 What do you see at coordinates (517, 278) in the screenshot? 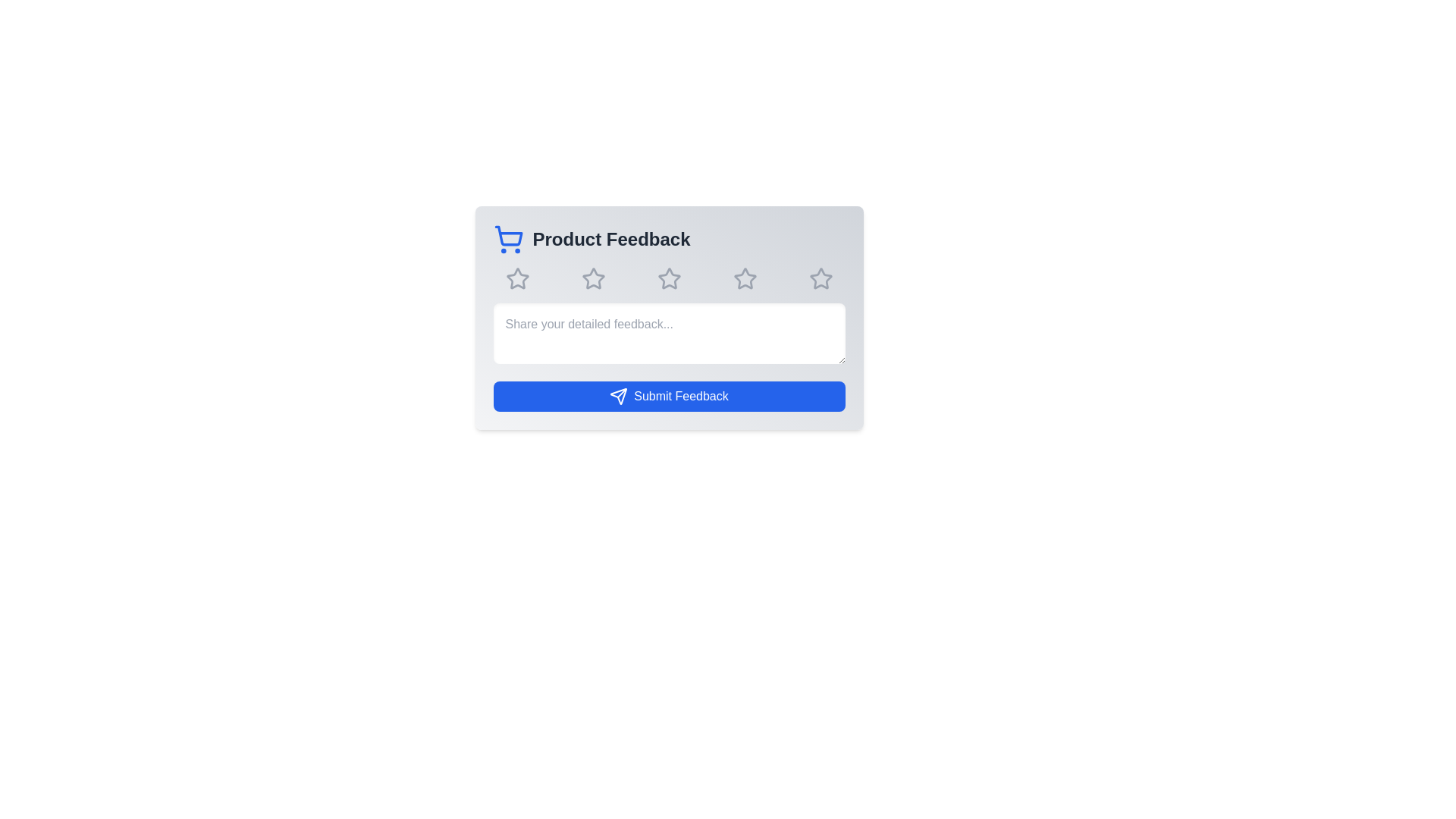
I see `the first star-shaped rating icon, which is outlined in light gray and represents a one-star rating in the horizontal sequence of stars below the 'Product Feedback' title` at bounding box center [517, 278].